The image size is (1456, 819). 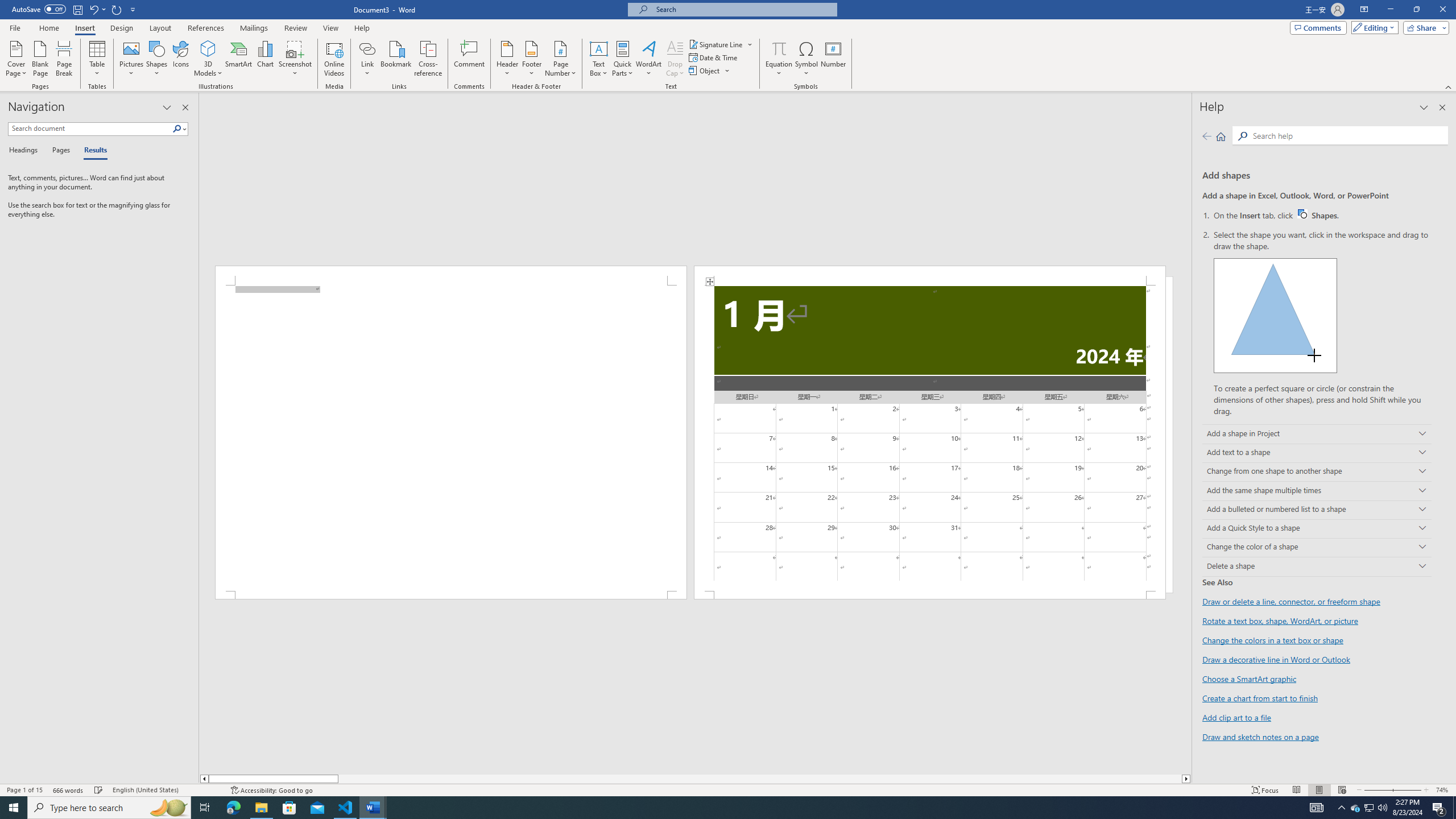 What do you see at coordinates (1317, 433) in the screenshot?
I see `'Add a shape in Project'` at bounding box center [1317, 433].